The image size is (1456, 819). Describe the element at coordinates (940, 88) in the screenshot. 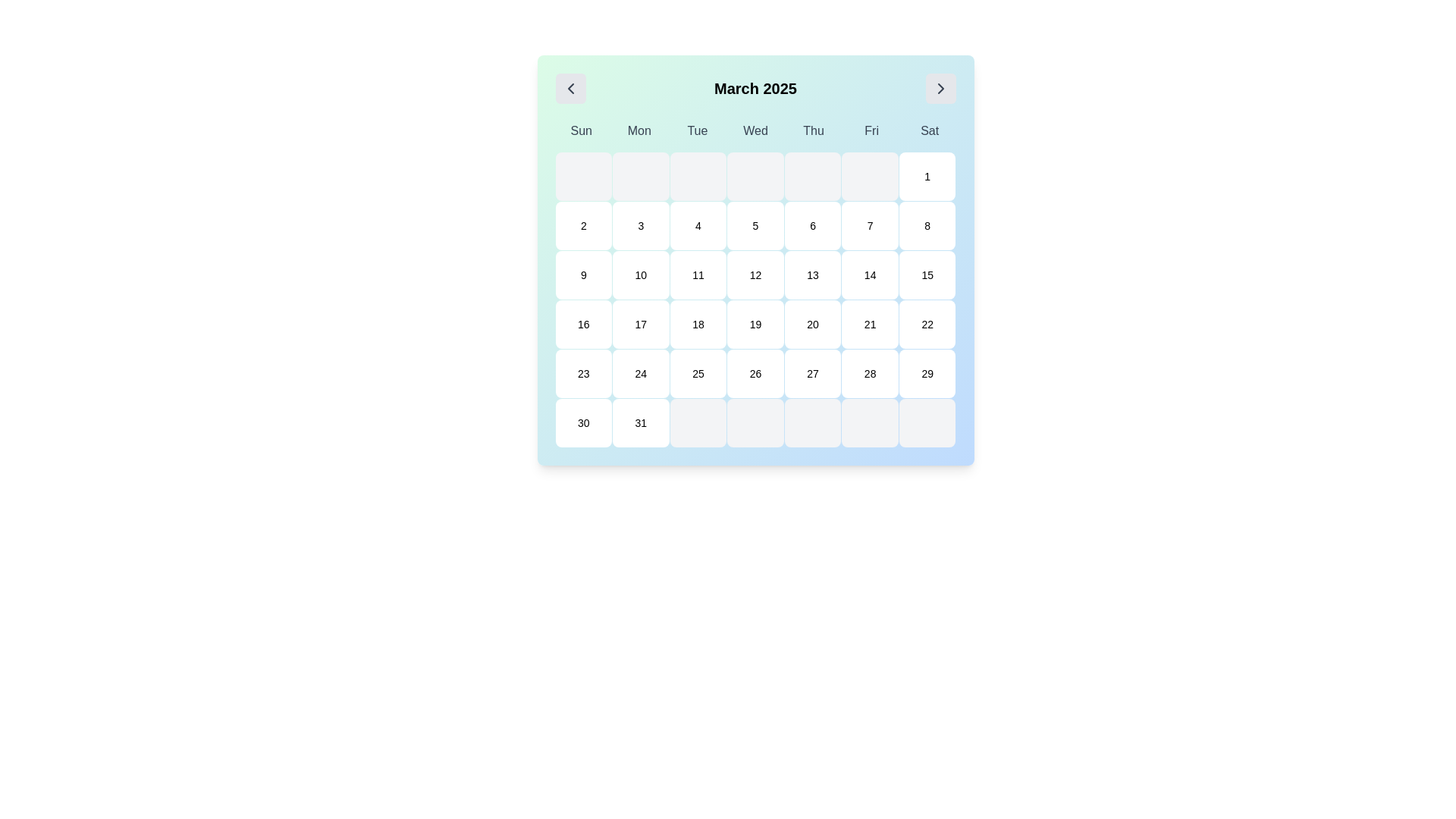

I see `the navigational button for moving to the next month in the calendar view to indicate its active state` at that location.